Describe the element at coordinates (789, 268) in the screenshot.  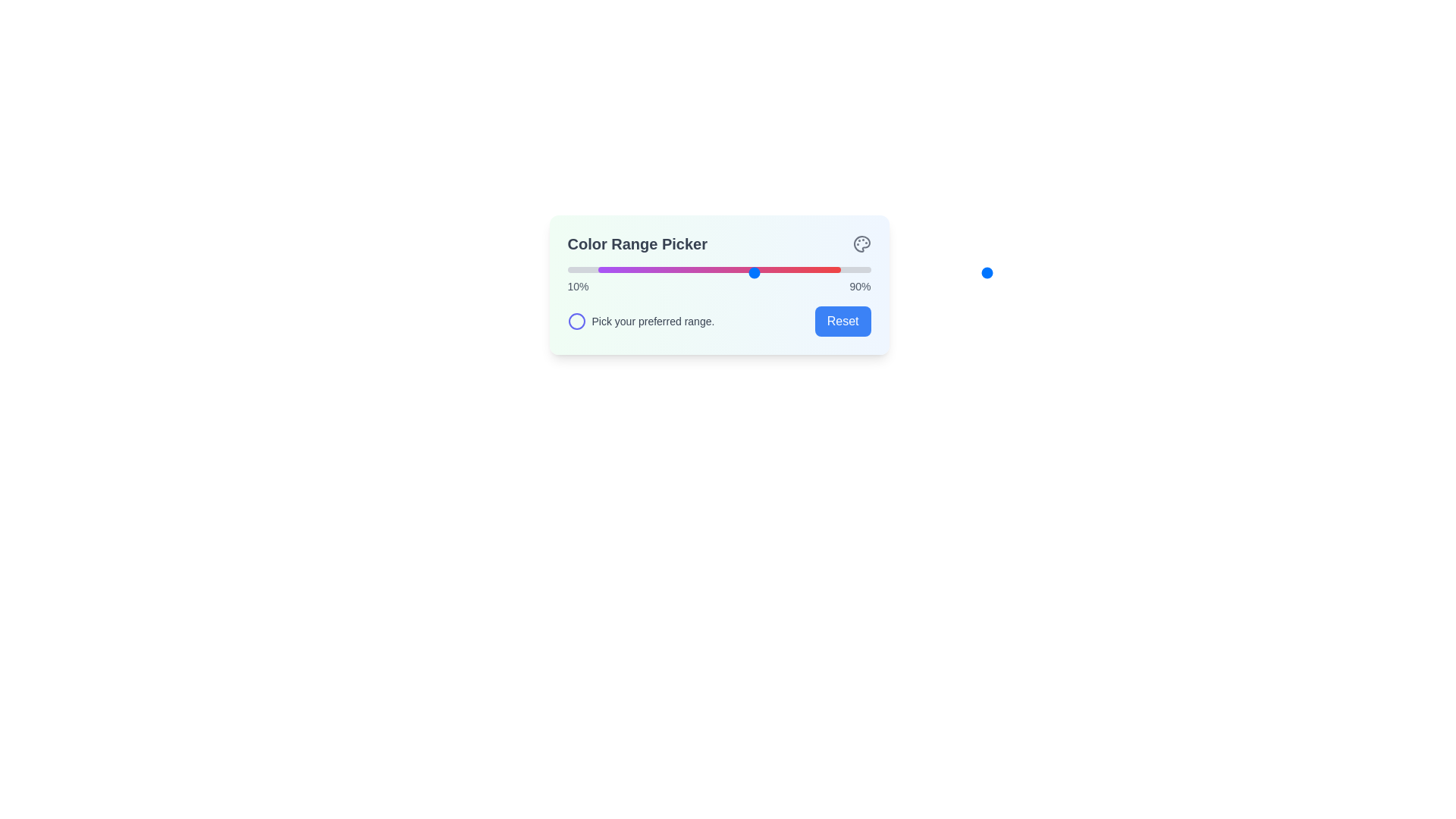
I see `the slider value` at that location.